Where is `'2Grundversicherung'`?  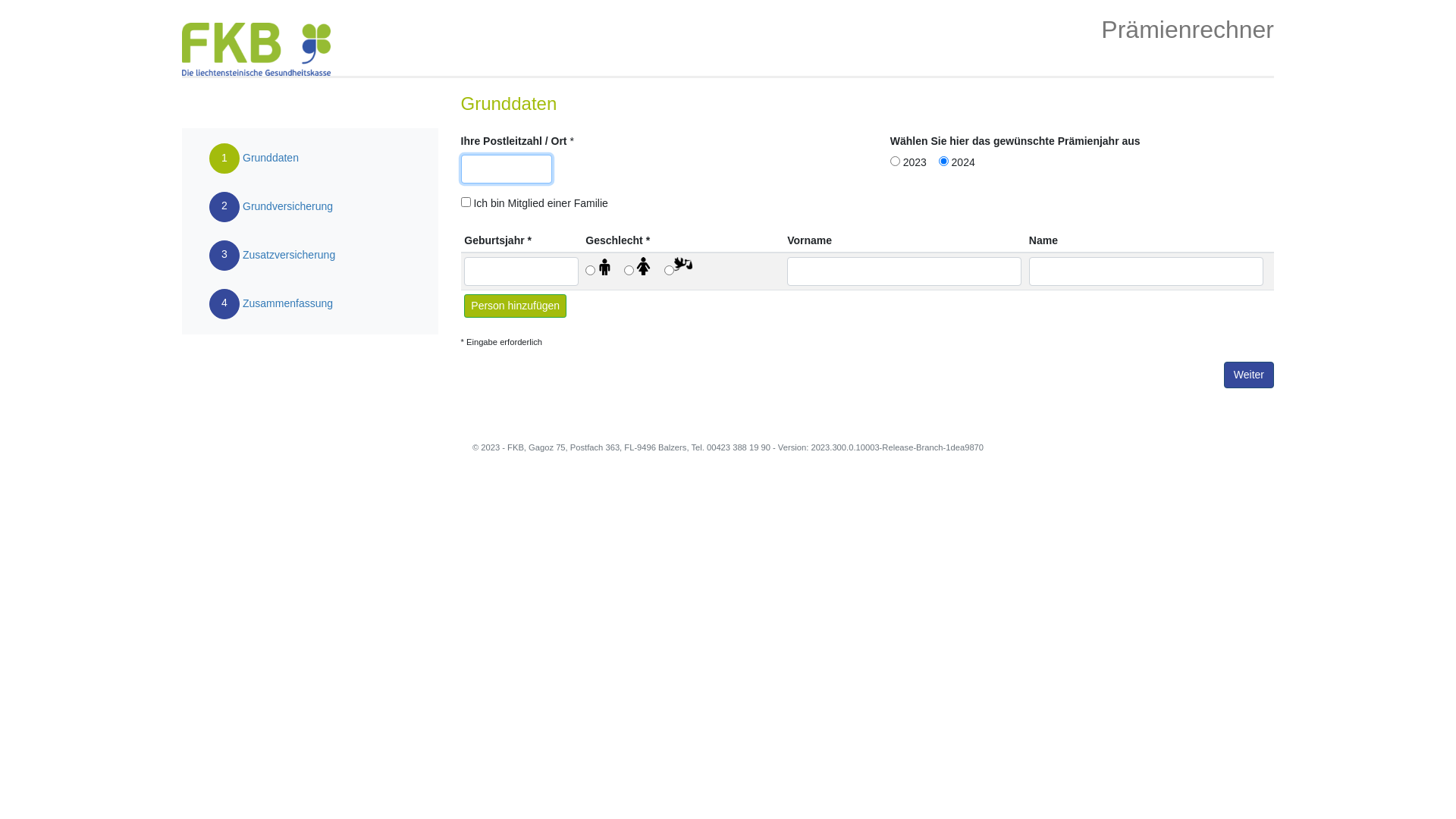
'2Grundversicherung' is located at coordinates (270, 207).